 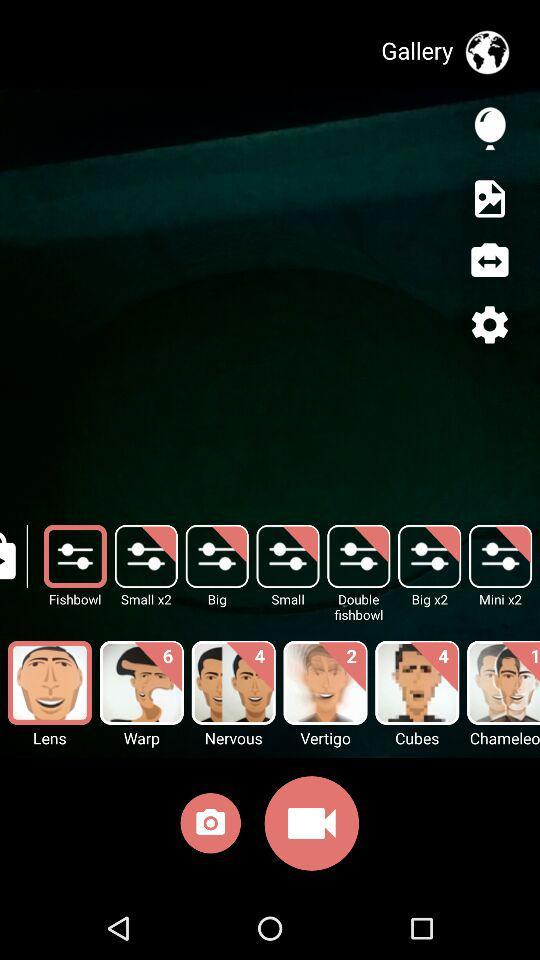 What do you see at coordinates (325, 683) in the screenshot?
I see `option above video icon` at bounding box center [325, 683].